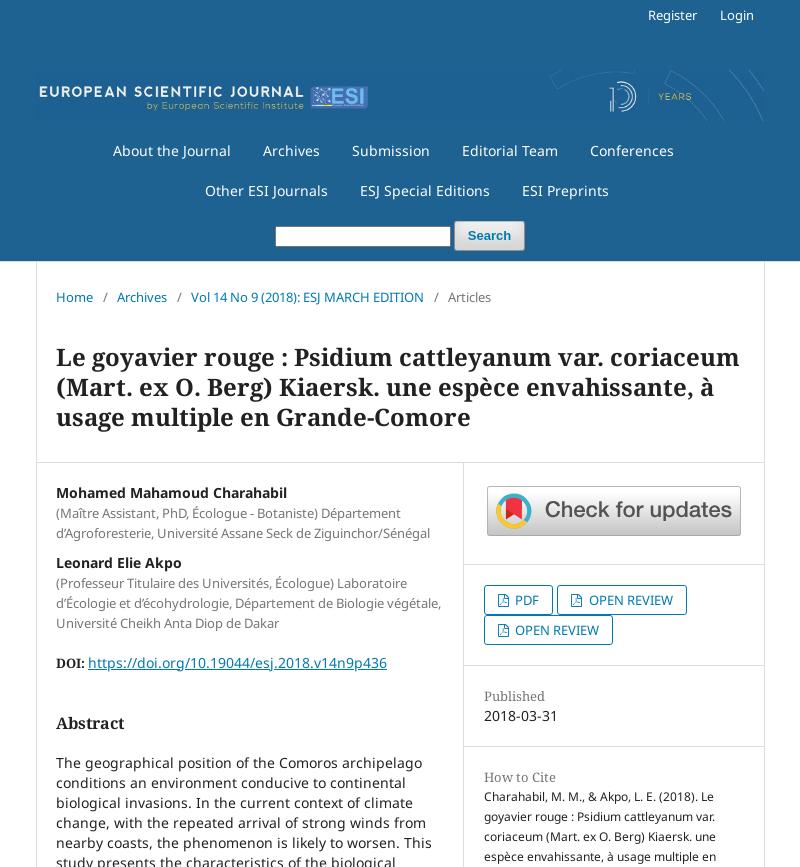  What do you see at coordinates (469, 295) in the screenshot?
I see `'Articles'` at bounding box center [469, 295].